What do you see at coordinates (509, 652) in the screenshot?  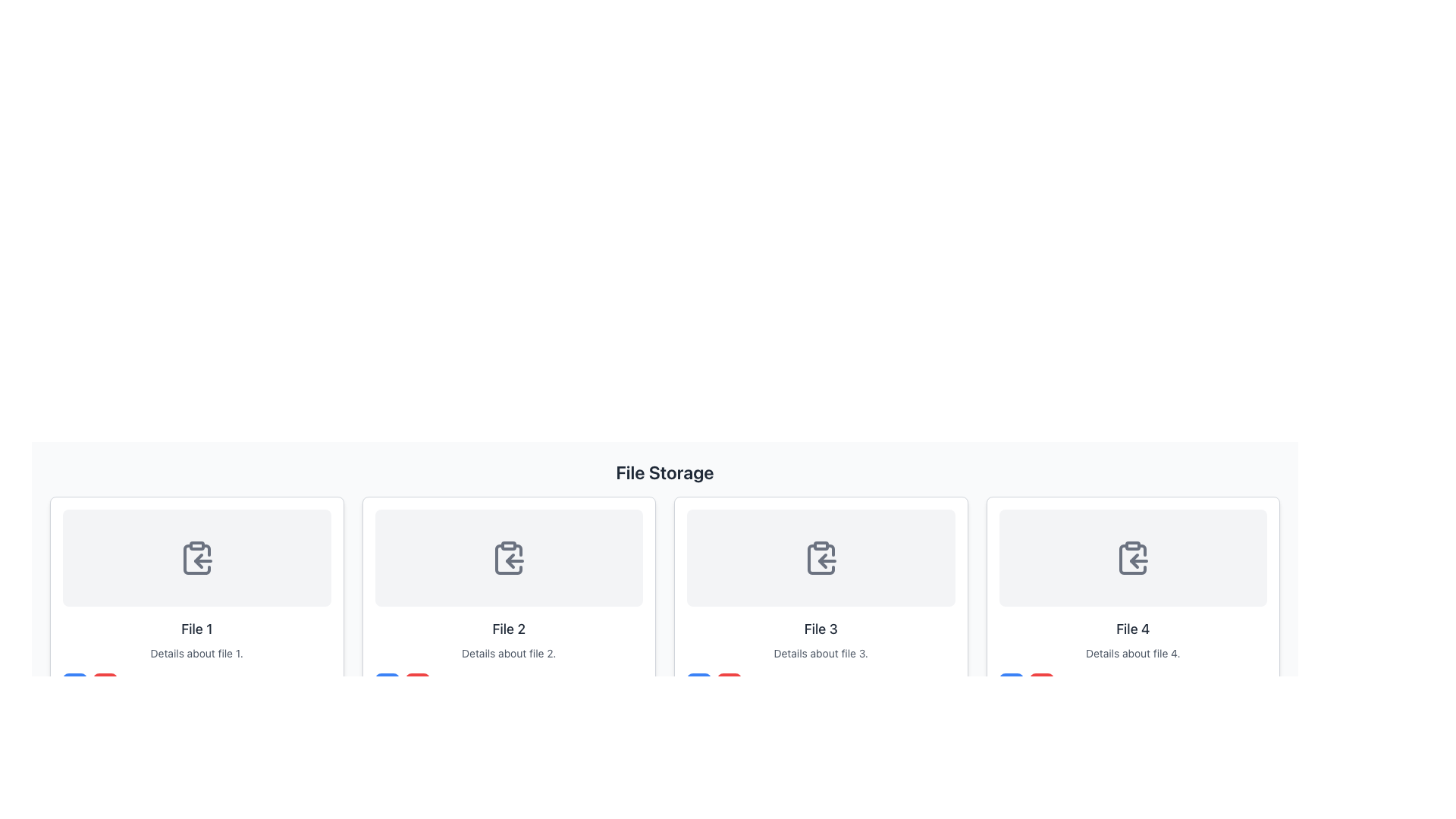 I see `the static text label providing additional information about 'File 2' located in the second card of the file representation` at bounding box center [509, 652].